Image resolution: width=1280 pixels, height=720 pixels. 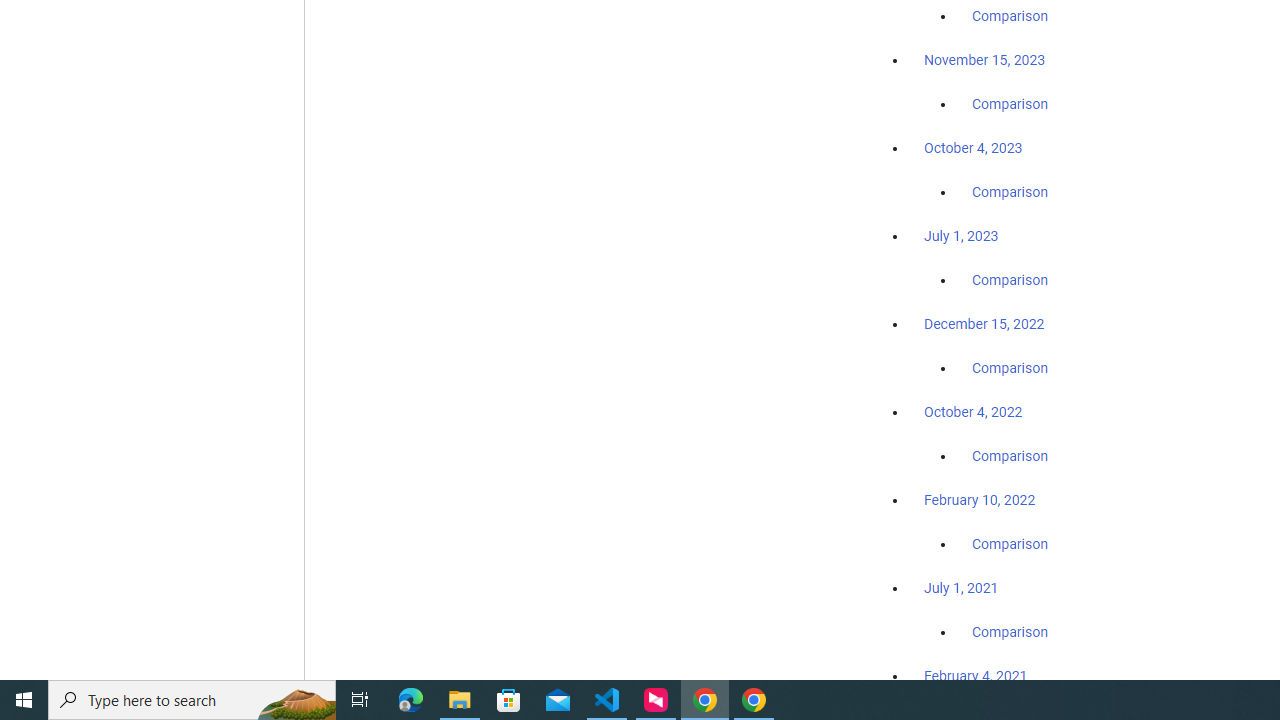 What do you see at coordinates (961, 586) in the screenshot?
I see `'July 1, 2021'` at bounding box center [961, 586].